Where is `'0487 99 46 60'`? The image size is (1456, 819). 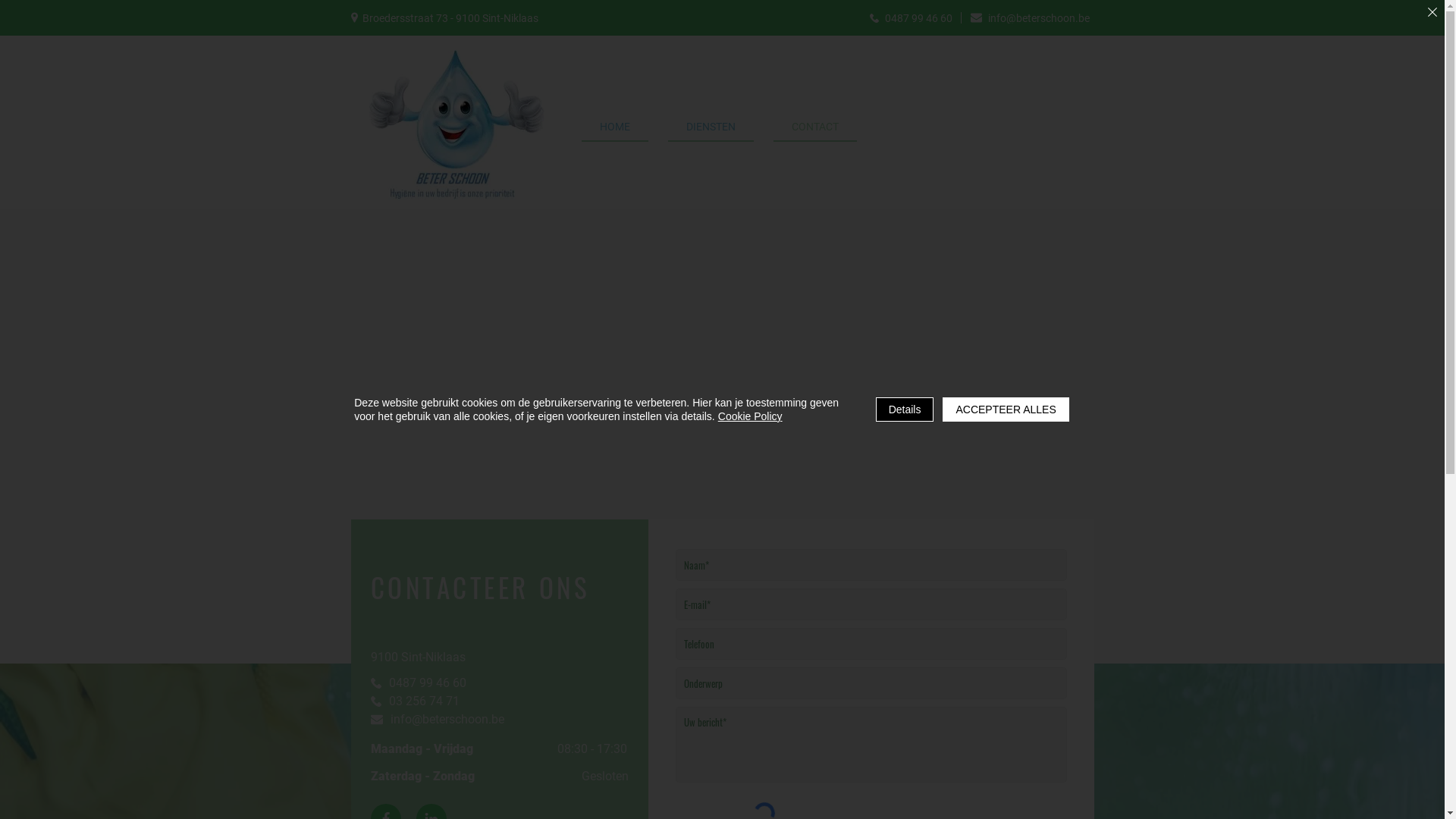 '0487 99 46 60' is located at coordinates (442, 681).